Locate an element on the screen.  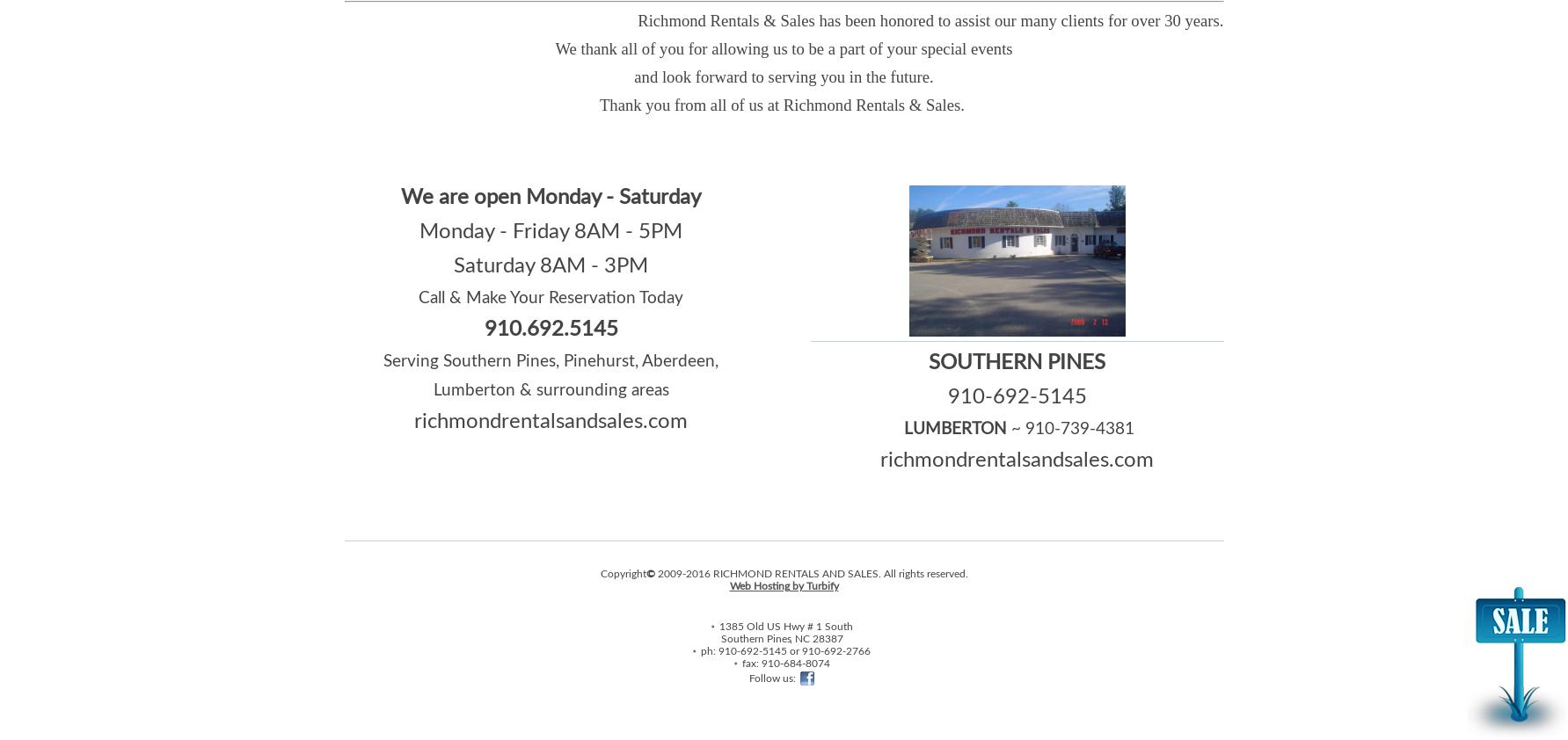
'Thank you from all of us at Richmond Rentals & Sales.' is located at coordinates (782, 103).